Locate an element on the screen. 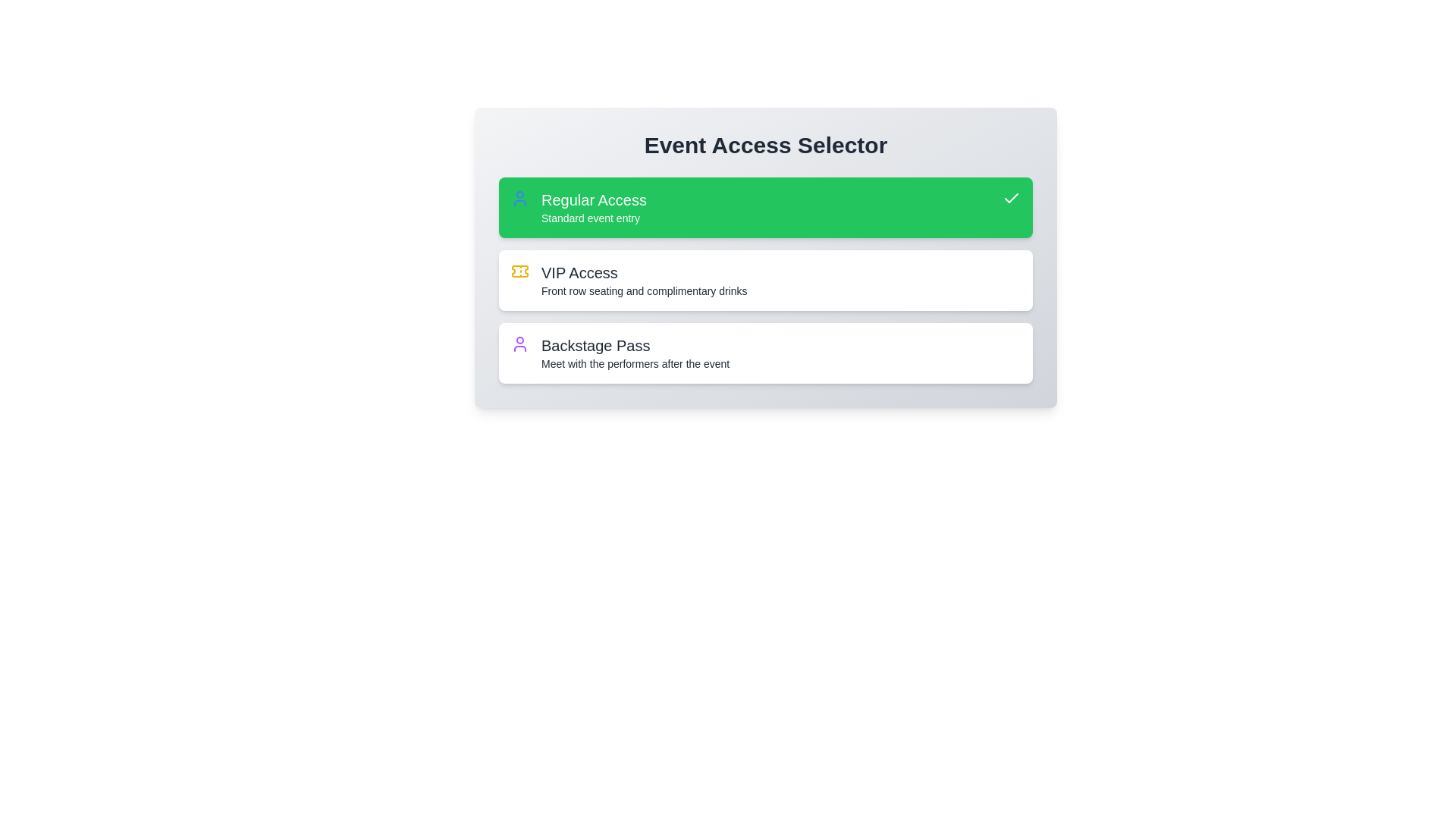 Image resolution: width=1456 pixels, height=819 pixels. the 'user' icon within the 'Regular Access' button, which is positioned on the left side before the text 'Regular Access.' is located at coordinates (520, 198).